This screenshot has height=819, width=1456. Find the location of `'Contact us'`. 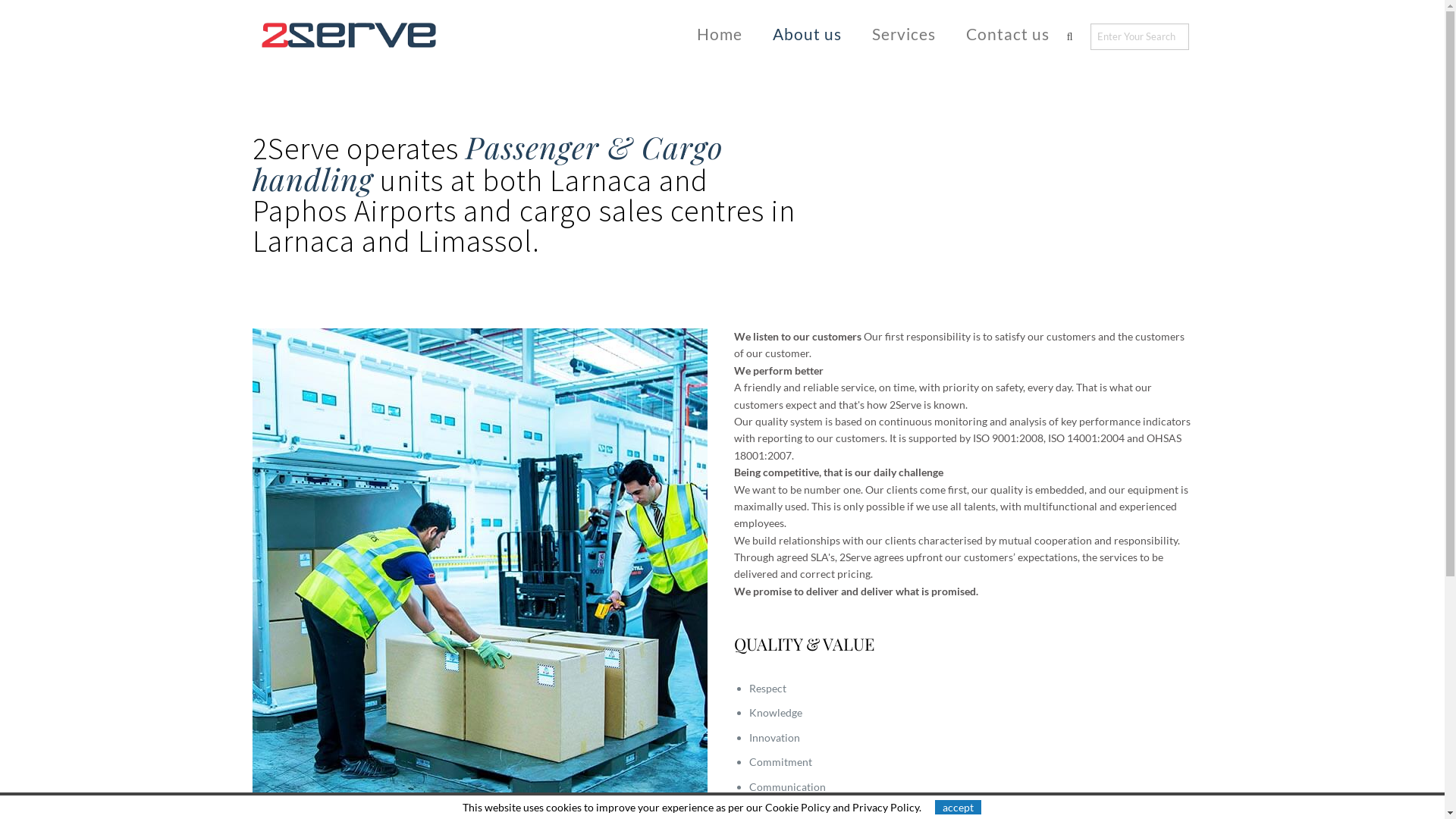

'Contact us' is located at coordinates (949, 33).